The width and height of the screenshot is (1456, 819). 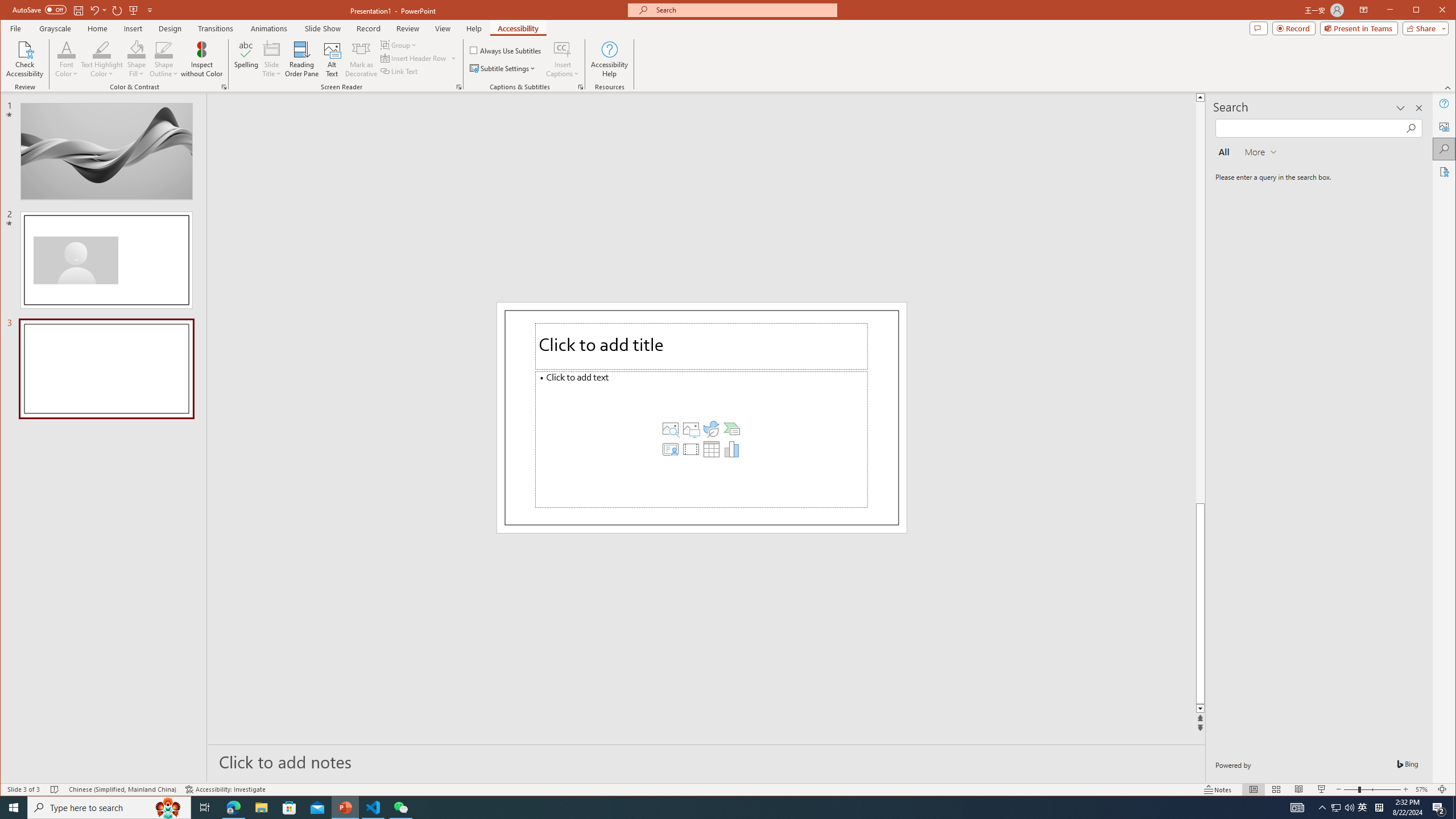 What do you see at coordinates (609, 59) in the screenshot?
I see `'Accessibility Help'` at bounding box center [609, 59].